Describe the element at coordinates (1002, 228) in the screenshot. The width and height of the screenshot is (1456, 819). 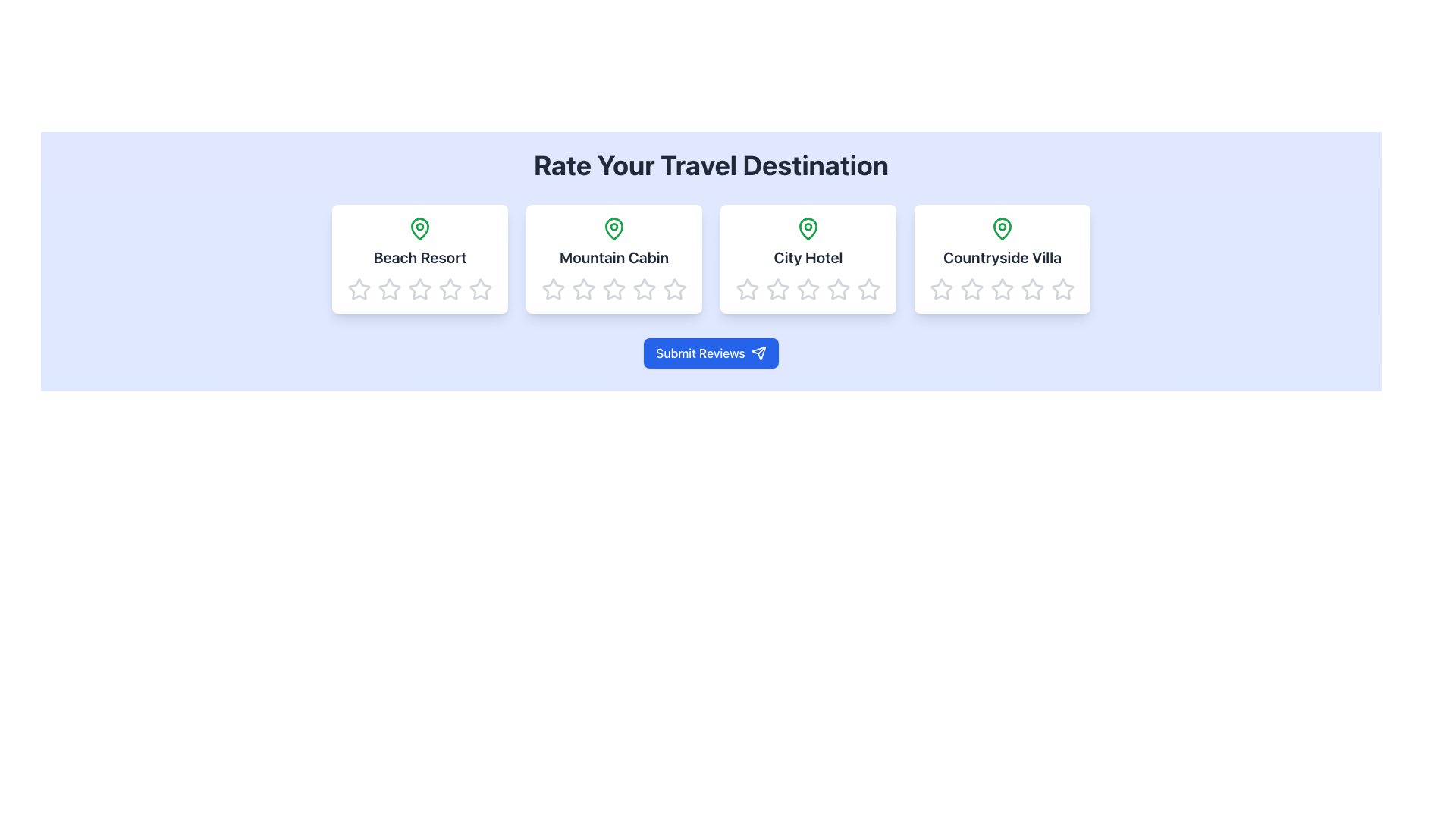
I see `the location information icon for the 'Countryside Villa' destination, which is positioned at the center-top of the card above the label and rating section` at that location.